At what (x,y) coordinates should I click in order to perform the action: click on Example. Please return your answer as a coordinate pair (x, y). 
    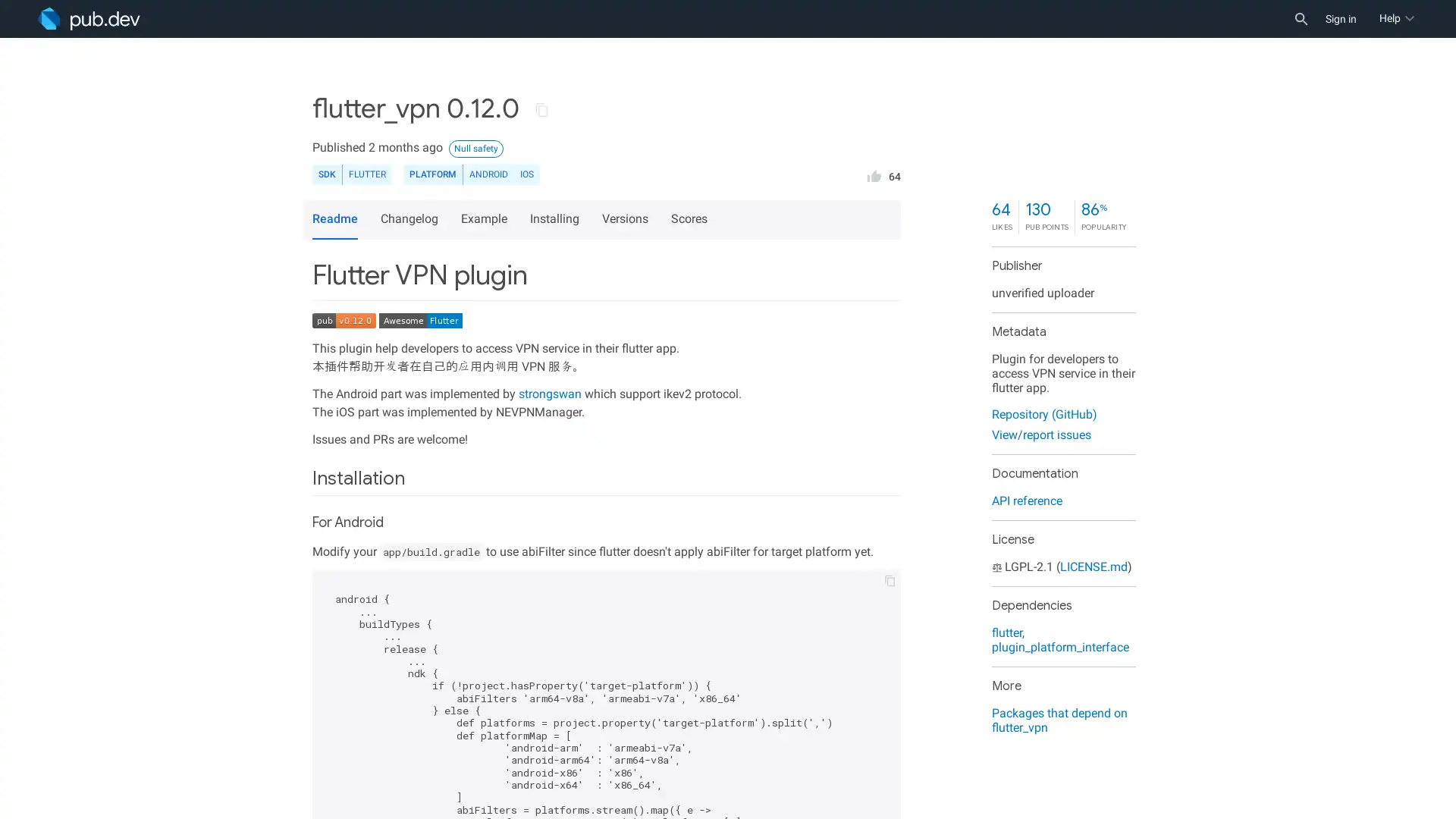
    Looking at the image, I should click on (486, 219).